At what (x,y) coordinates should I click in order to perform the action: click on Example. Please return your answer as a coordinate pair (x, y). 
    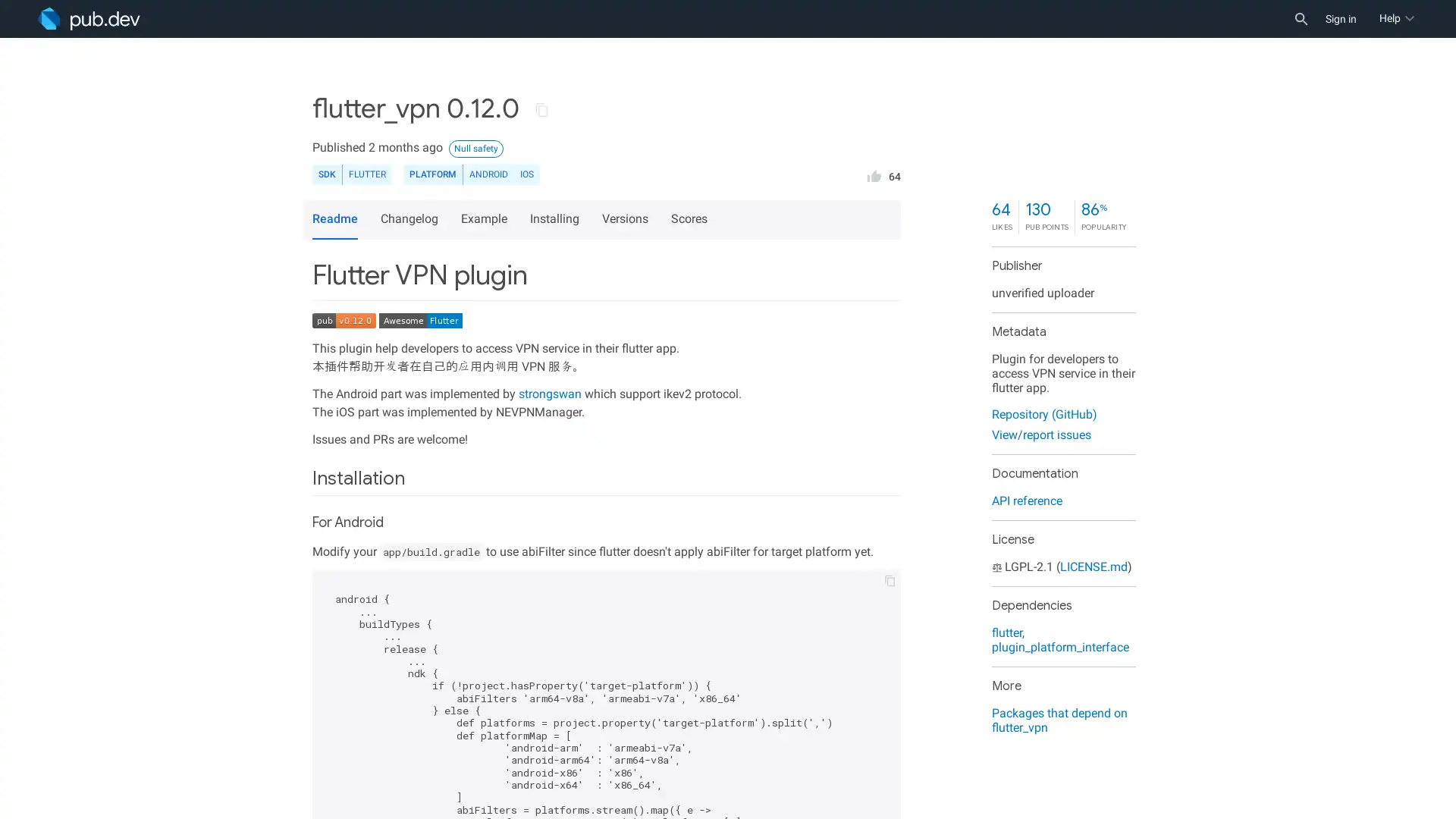
    Looking at the image, I should click on (486, 219).